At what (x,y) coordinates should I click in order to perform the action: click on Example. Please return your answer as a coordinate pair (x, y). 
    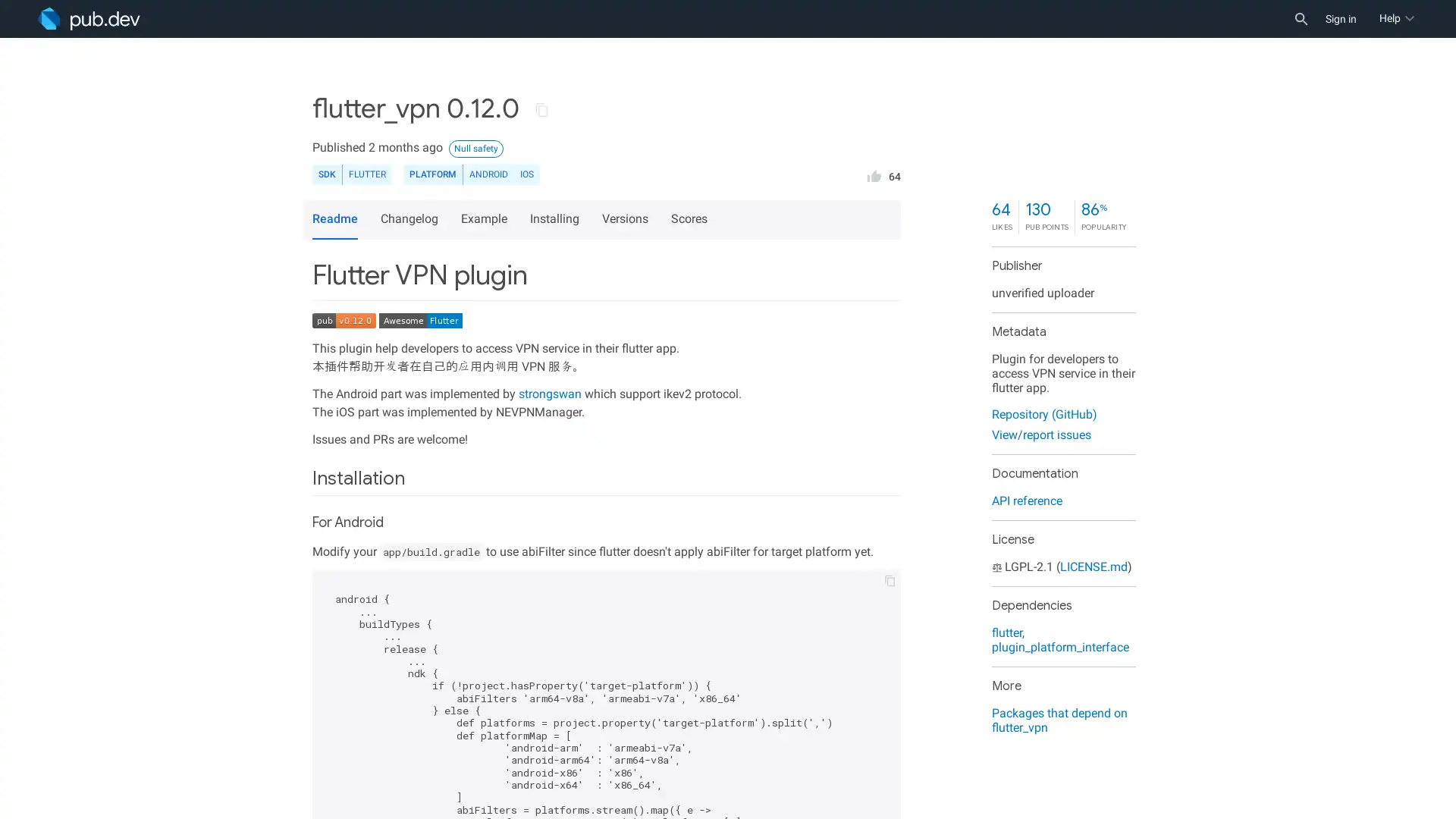
    Looking at the image, I should click on (486, 219).